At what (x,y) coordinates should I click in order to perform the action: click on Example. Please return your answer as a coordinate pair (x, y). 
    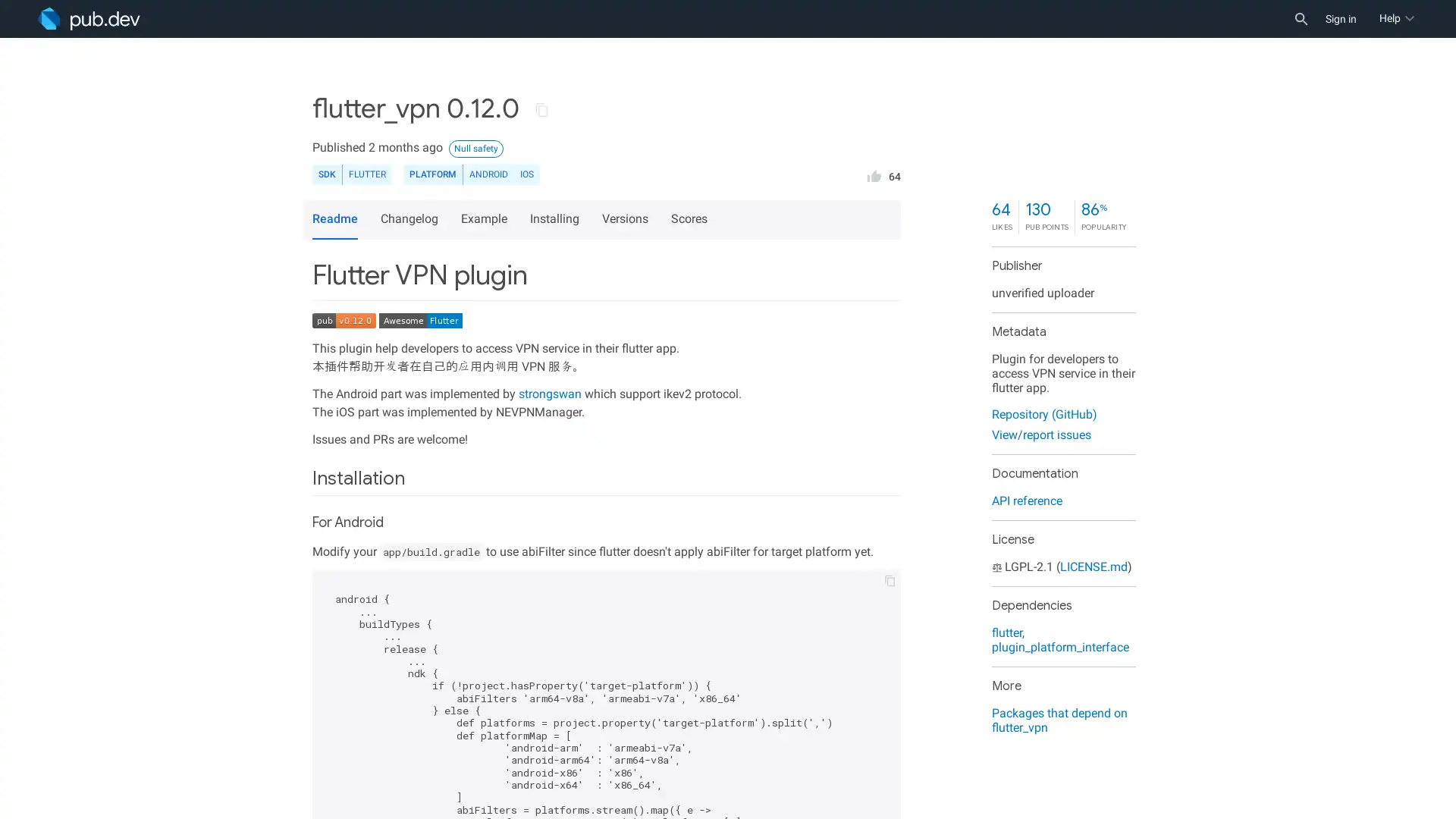
    Looking at the image, I should click on (486, 219).